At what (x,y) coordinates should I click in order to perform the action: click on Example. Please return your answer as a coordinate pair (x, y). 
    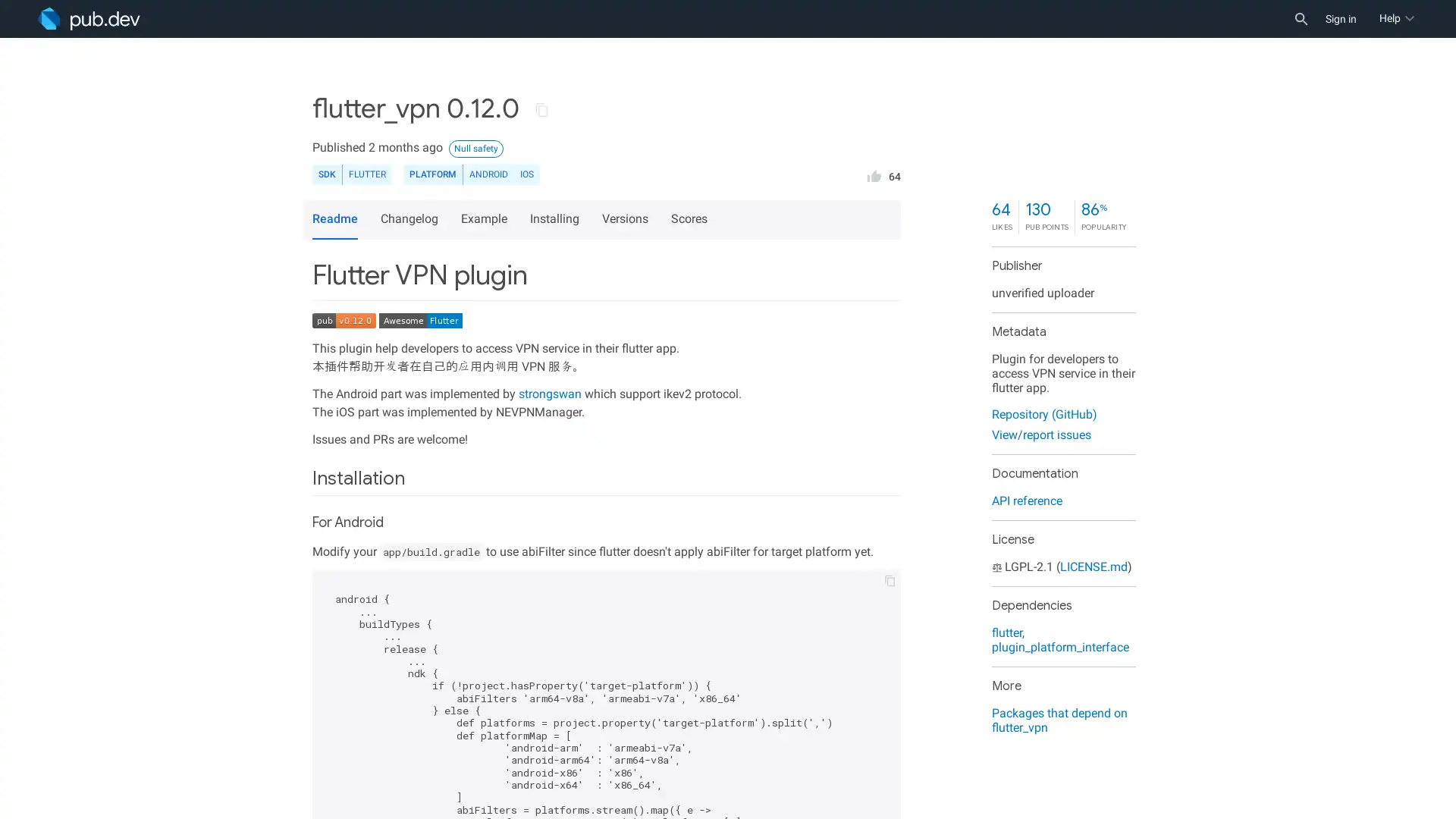
    Looking at the image, I should click on (486, 219).